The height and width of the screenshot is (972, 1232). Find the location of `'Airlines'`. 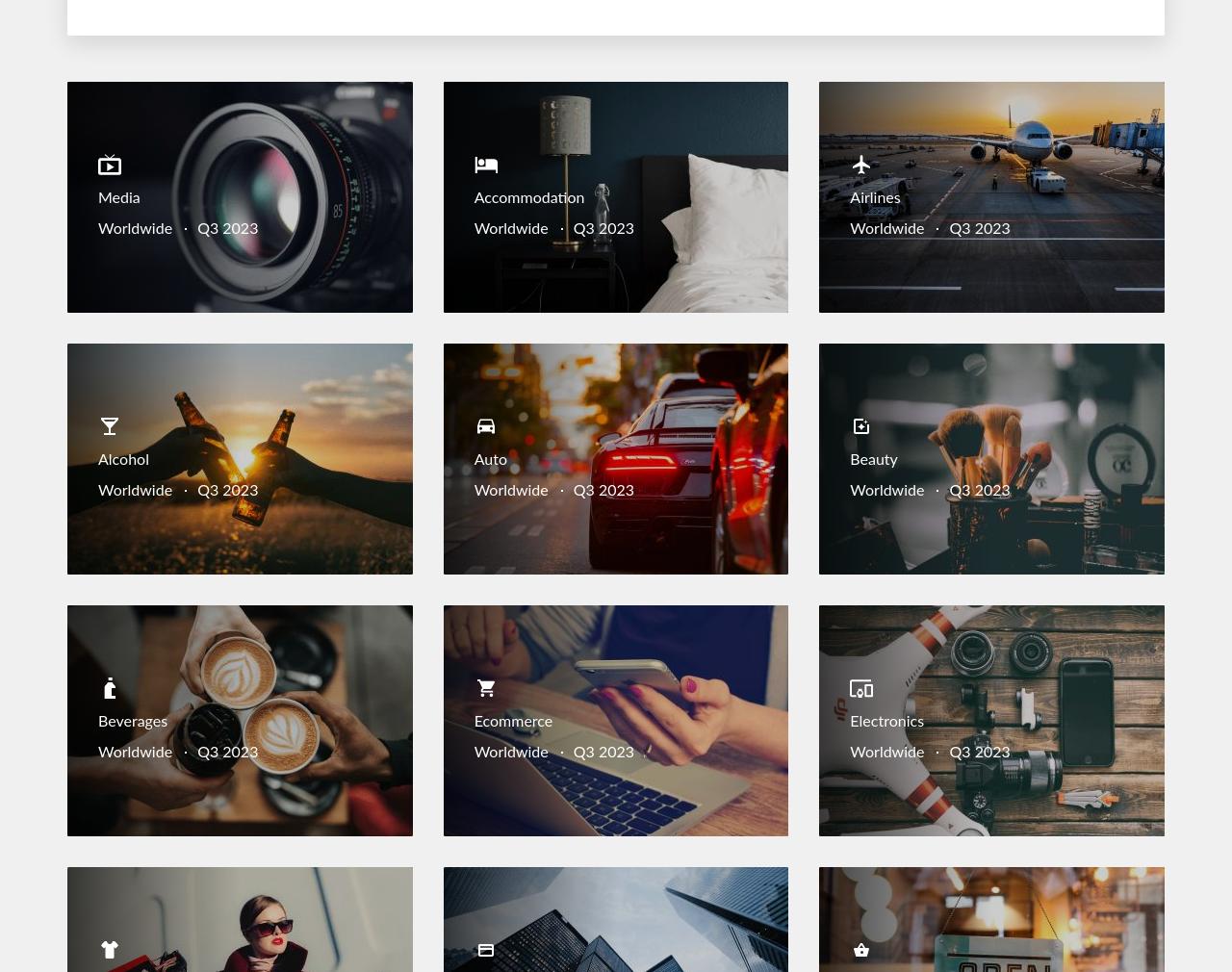

'Airlines' is located at coordinates (874, 197).